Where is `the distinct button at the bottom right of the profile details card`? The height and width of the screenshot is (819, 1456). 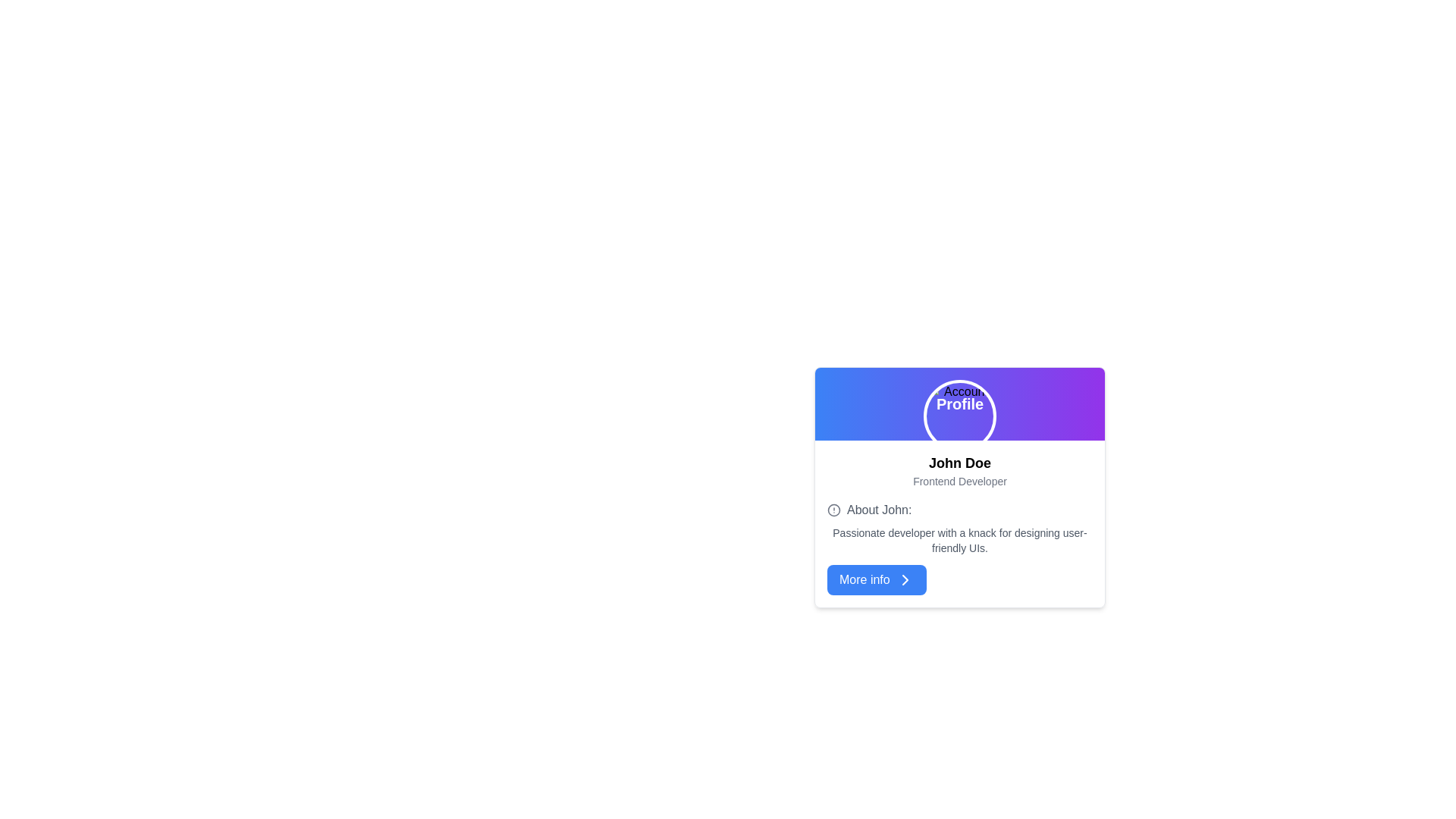 the distinct button at the bottom right of the profile details card is located at coordinates (877, 579).